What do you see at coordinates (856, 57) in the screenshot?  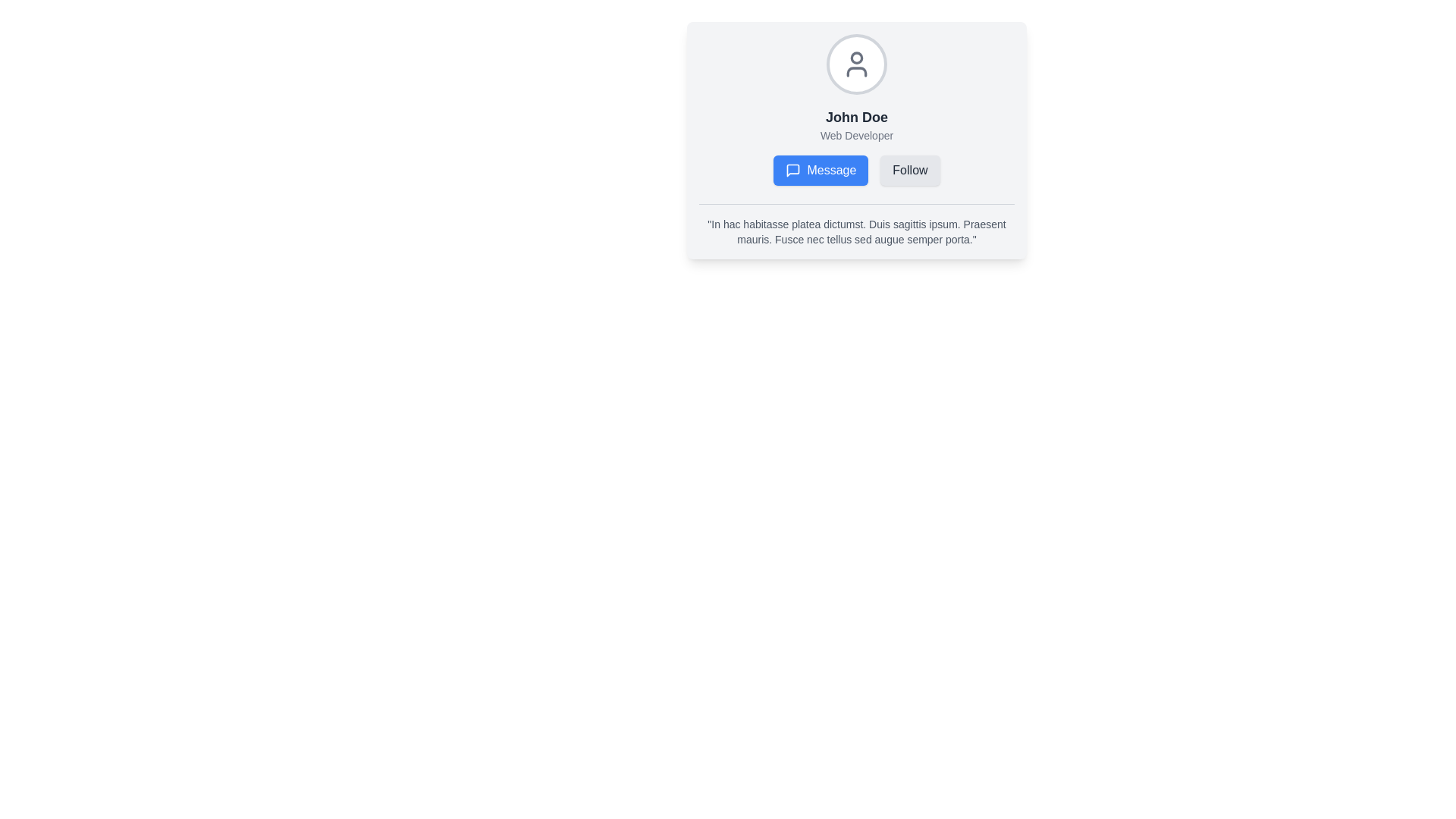 I see `the circular graphical element representing the head of a user icon, which is located at the top center of the profile card` at bounding box center [856, 57].